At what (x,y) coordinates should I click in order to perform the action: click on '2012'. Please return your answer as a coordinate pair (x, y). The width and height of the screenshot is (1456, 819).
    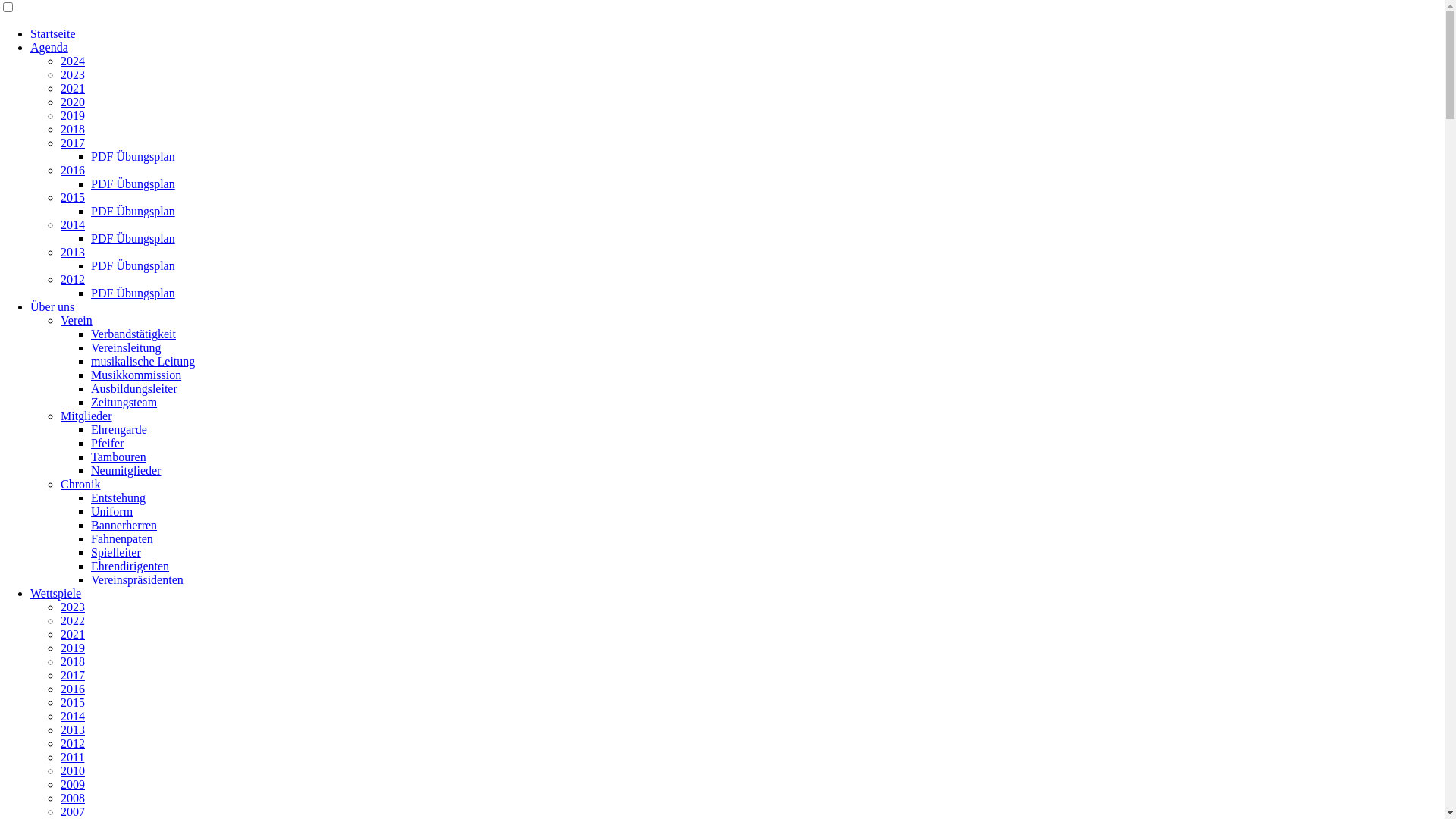
    Looking at the image, I should click on (61, 742).